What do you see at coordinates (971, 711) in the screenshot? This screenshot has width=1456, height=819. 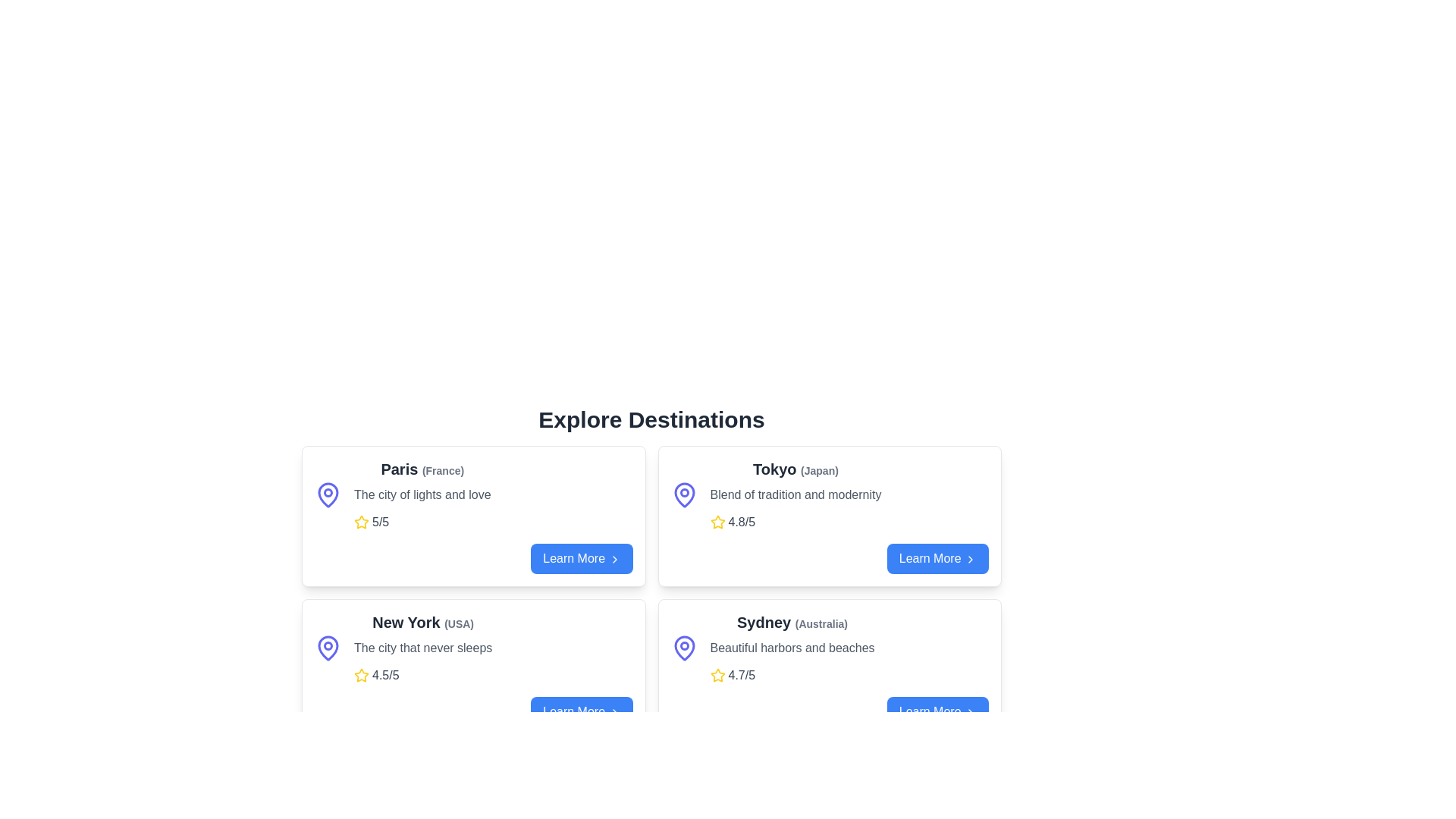 I see `the rightward-pointing chevron icon inside the 'Learn More' button on the 'Sydney' destination card, located in the bottom-right area of the grid layout` at bounding box center [971, 711].